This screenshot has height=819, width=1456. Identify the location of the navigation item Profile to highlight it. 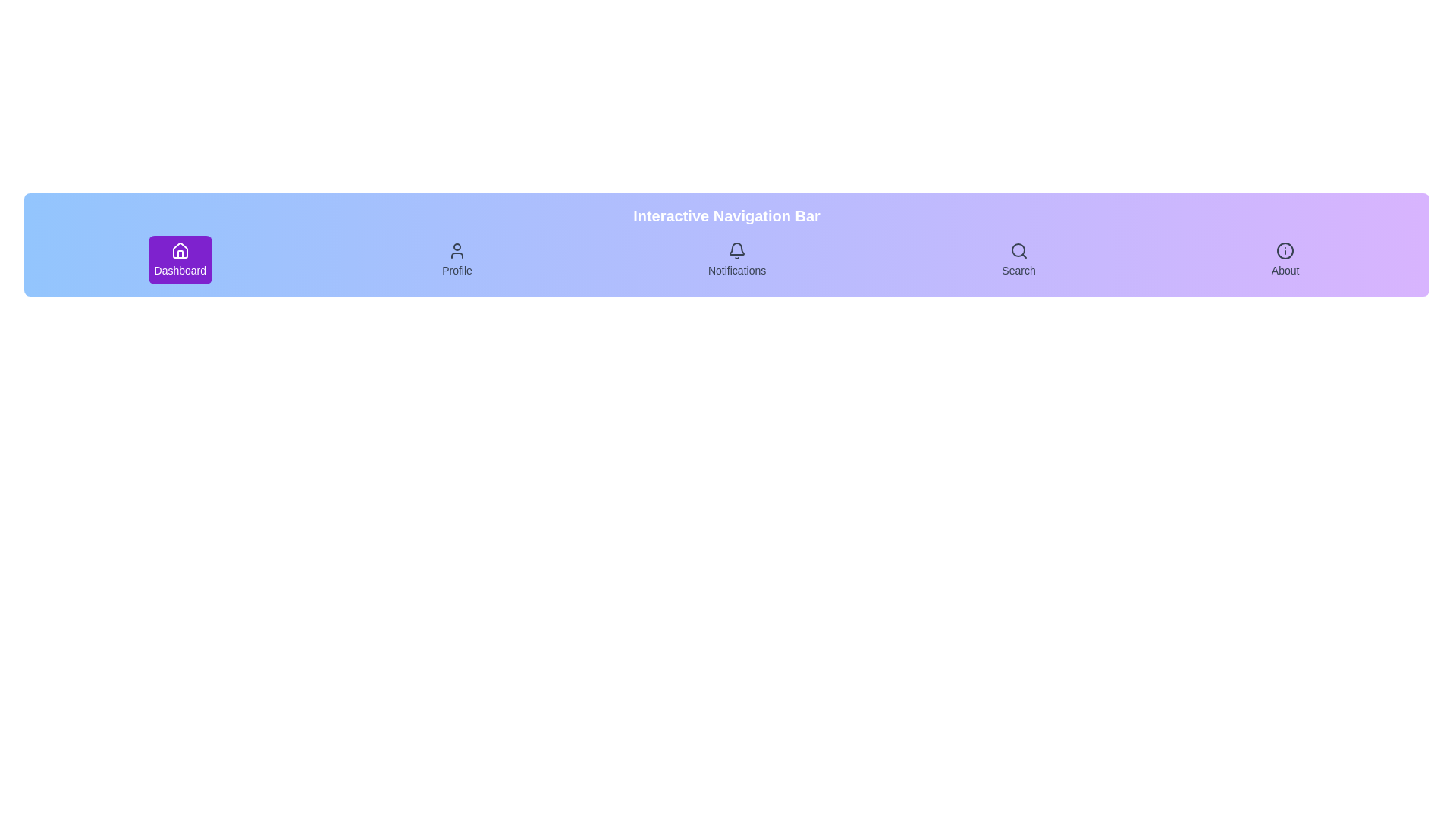
(457, 259).